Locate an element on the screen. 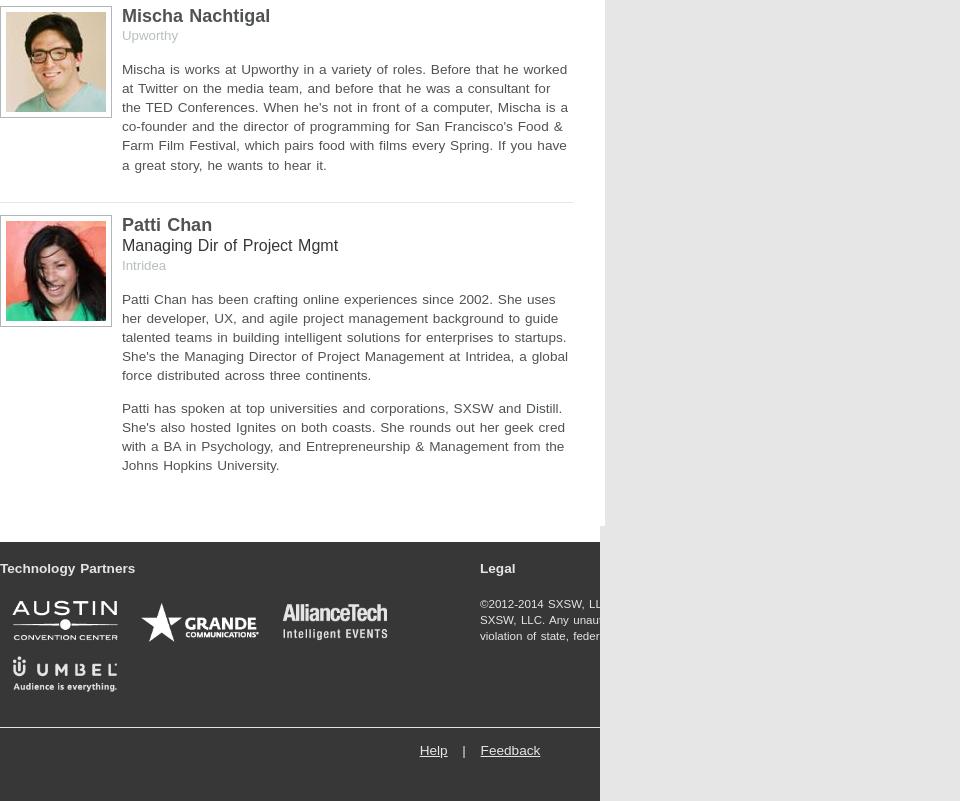 The height and width of the screenshot is (801, 960). 'Mischa Nachtigal' is located at coordinates (196, 16).